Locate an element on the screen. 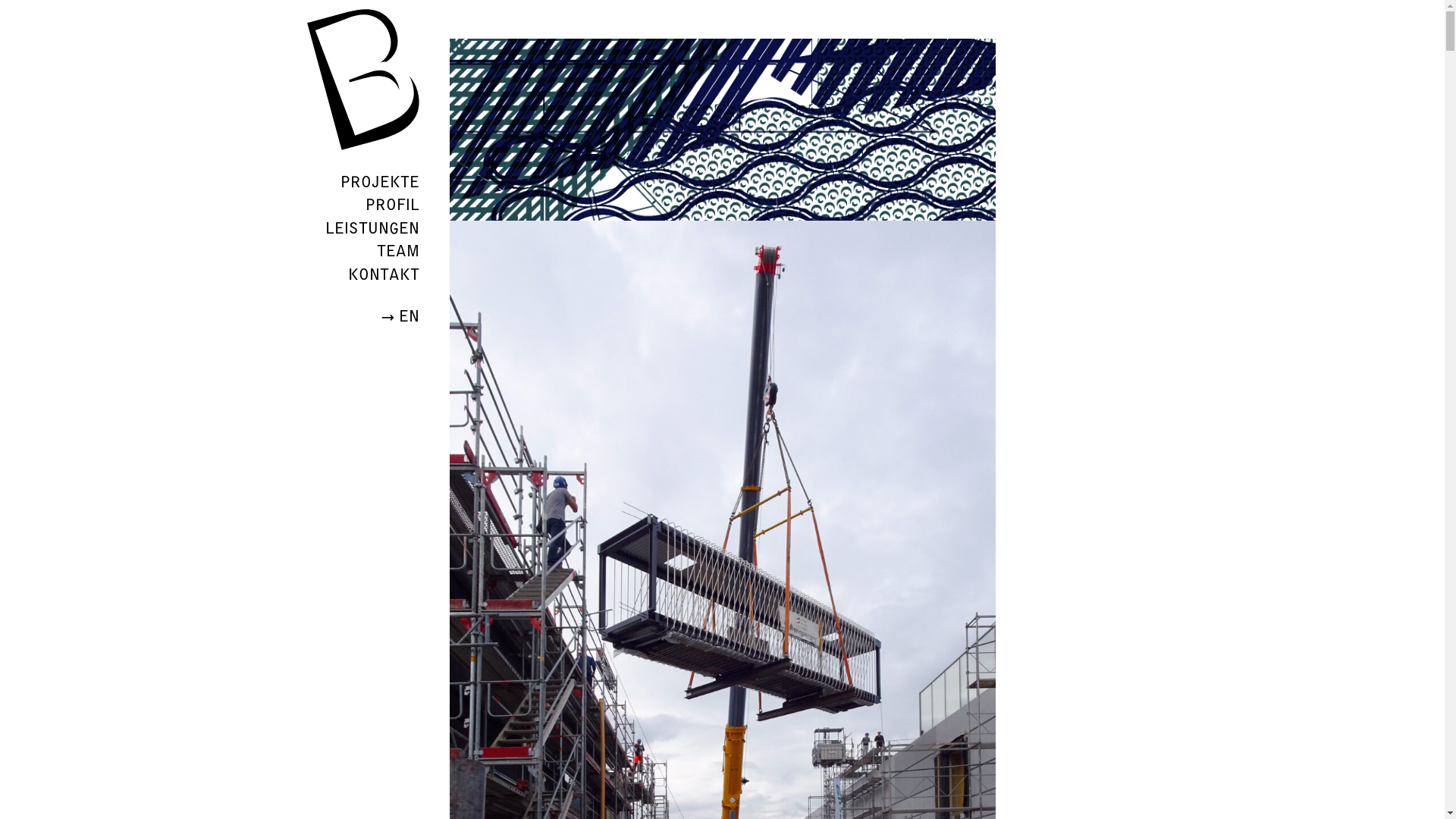 This screenshot has width=1456, height=819. 'PROJEKTE' is located at coordinates (378, 180).